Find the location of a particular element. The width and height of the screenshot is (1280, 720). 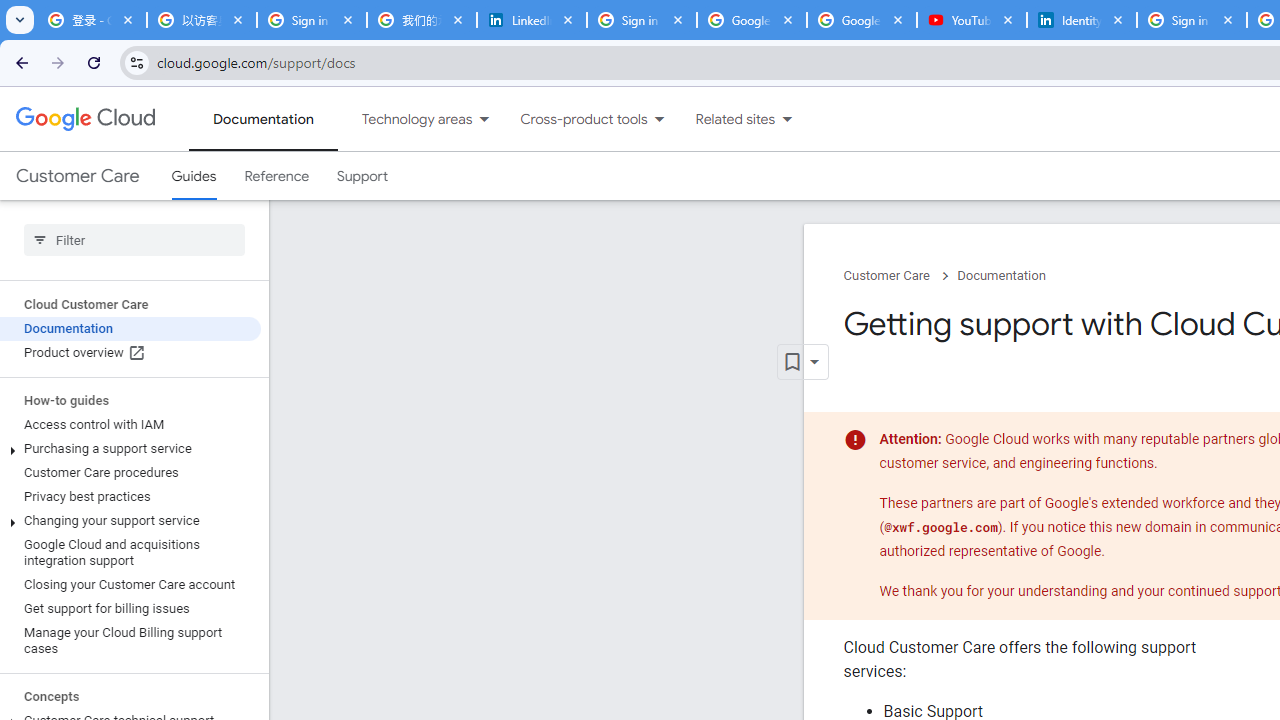

'Google Cloud' is located at coordinates (84, 119).